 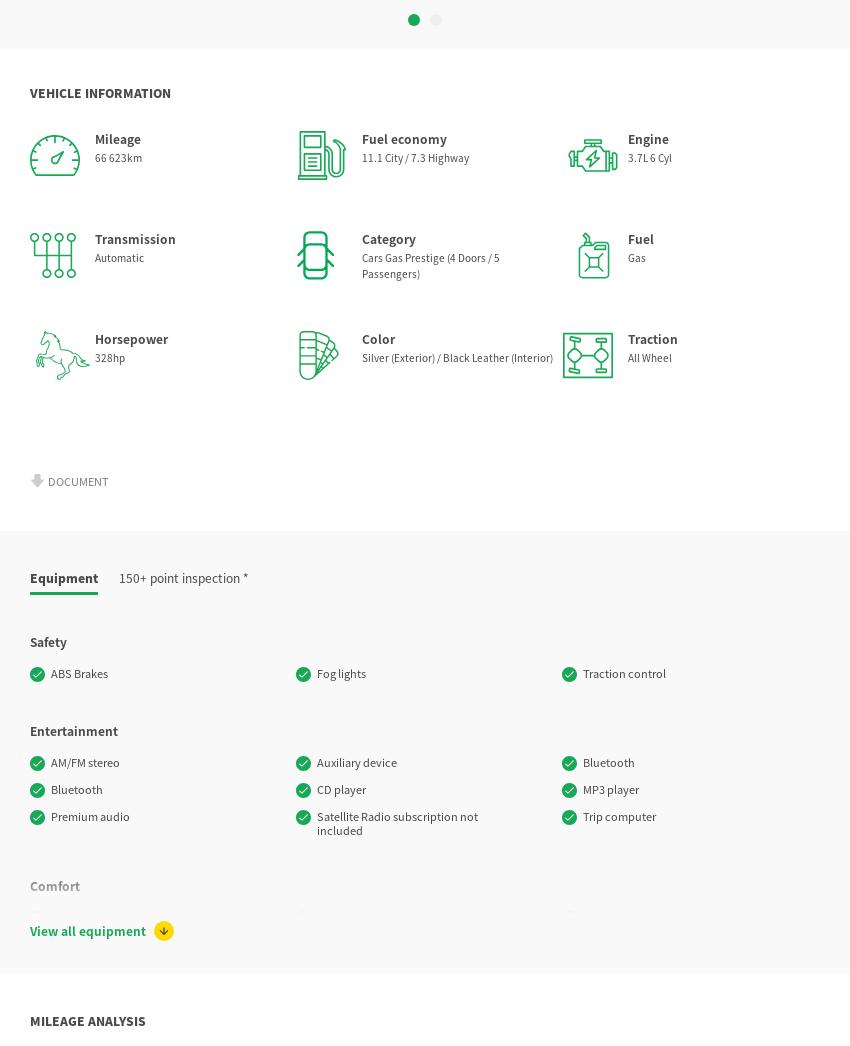 What do you see at coordinates (583, 536) in the screenshot?
I see `'Automatic air control'` at bounding box center [583, 536].